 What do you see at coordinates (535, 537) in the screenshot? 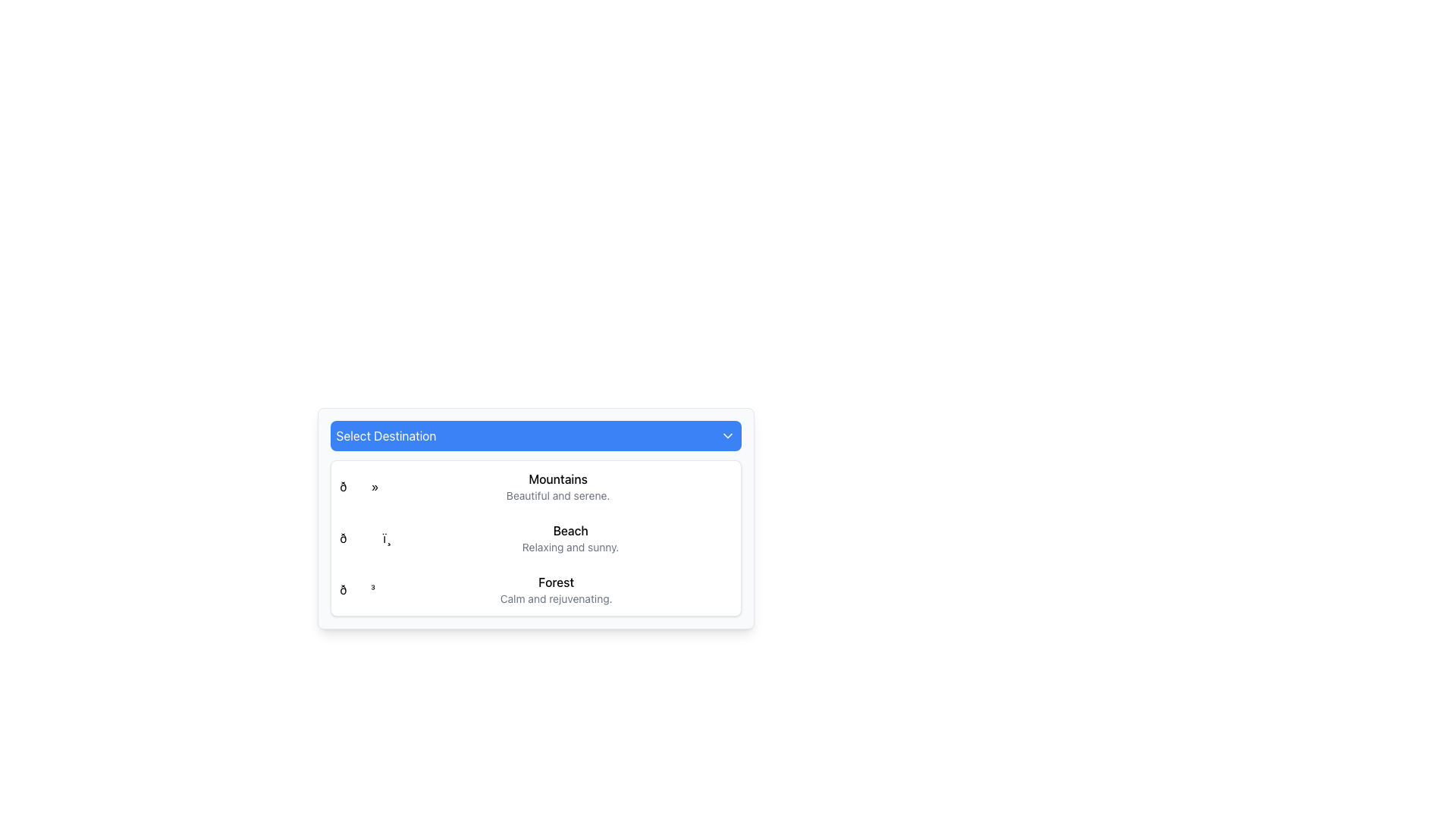
I see `to select the 'Beach' destination from the list item located under the blue header titled 'Select Destination'. This is the second item in the vertical list of destinations` at bounding box center [535, 537].